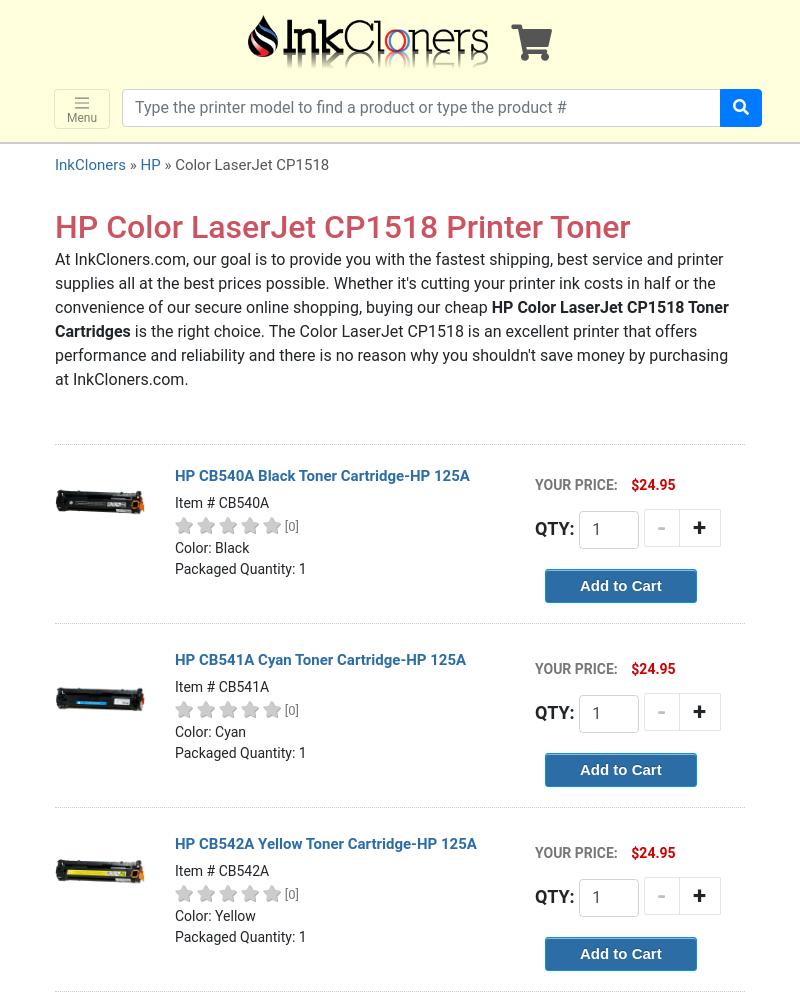 The image size is (800, 1000). I want to click on 'Color: Yellow', so click(174, 915).